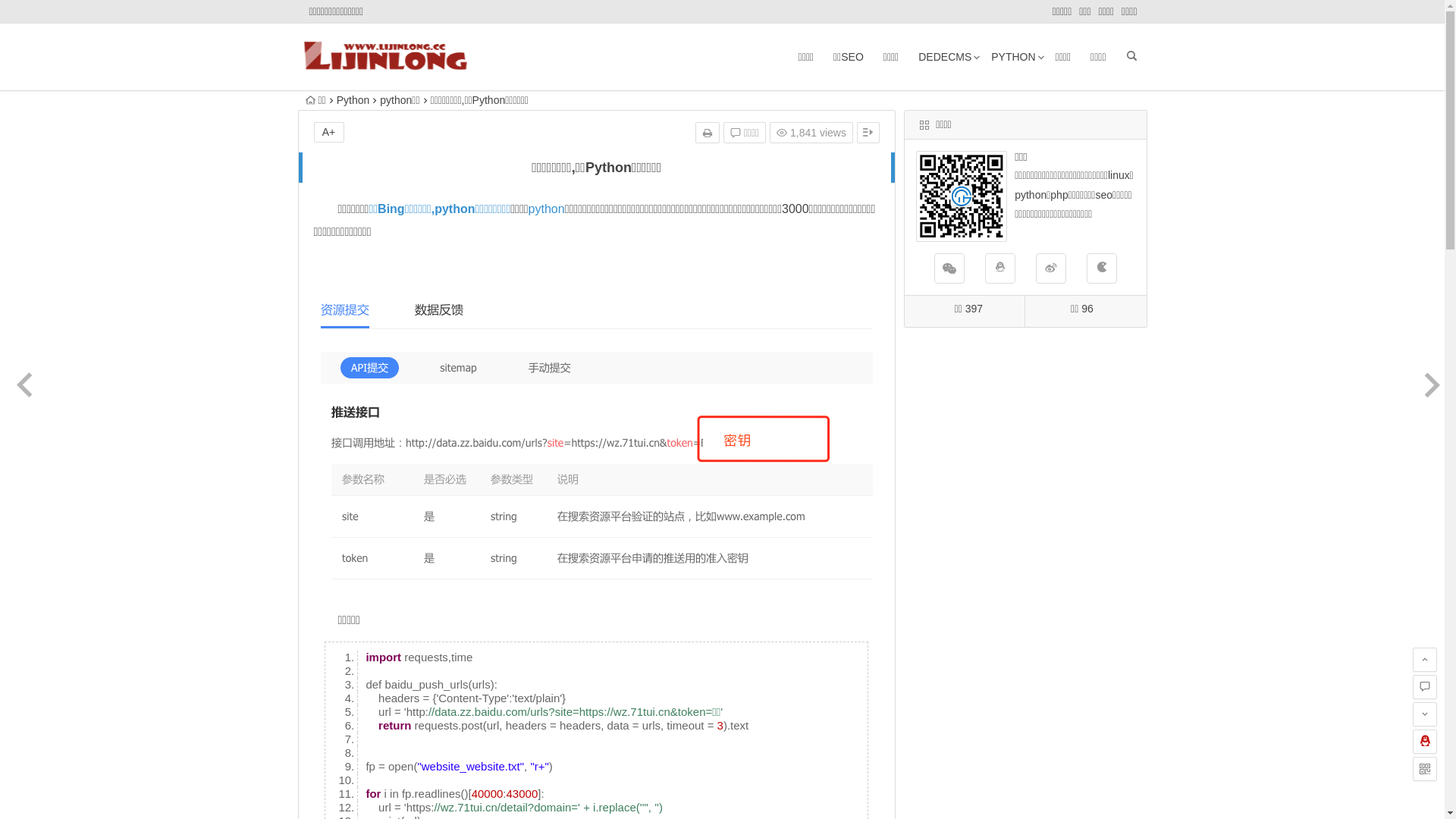  What do you see at coordinates (944, 55) in the screenshot?
I see `'DEDECMS'` at bounding box center [944, 55].